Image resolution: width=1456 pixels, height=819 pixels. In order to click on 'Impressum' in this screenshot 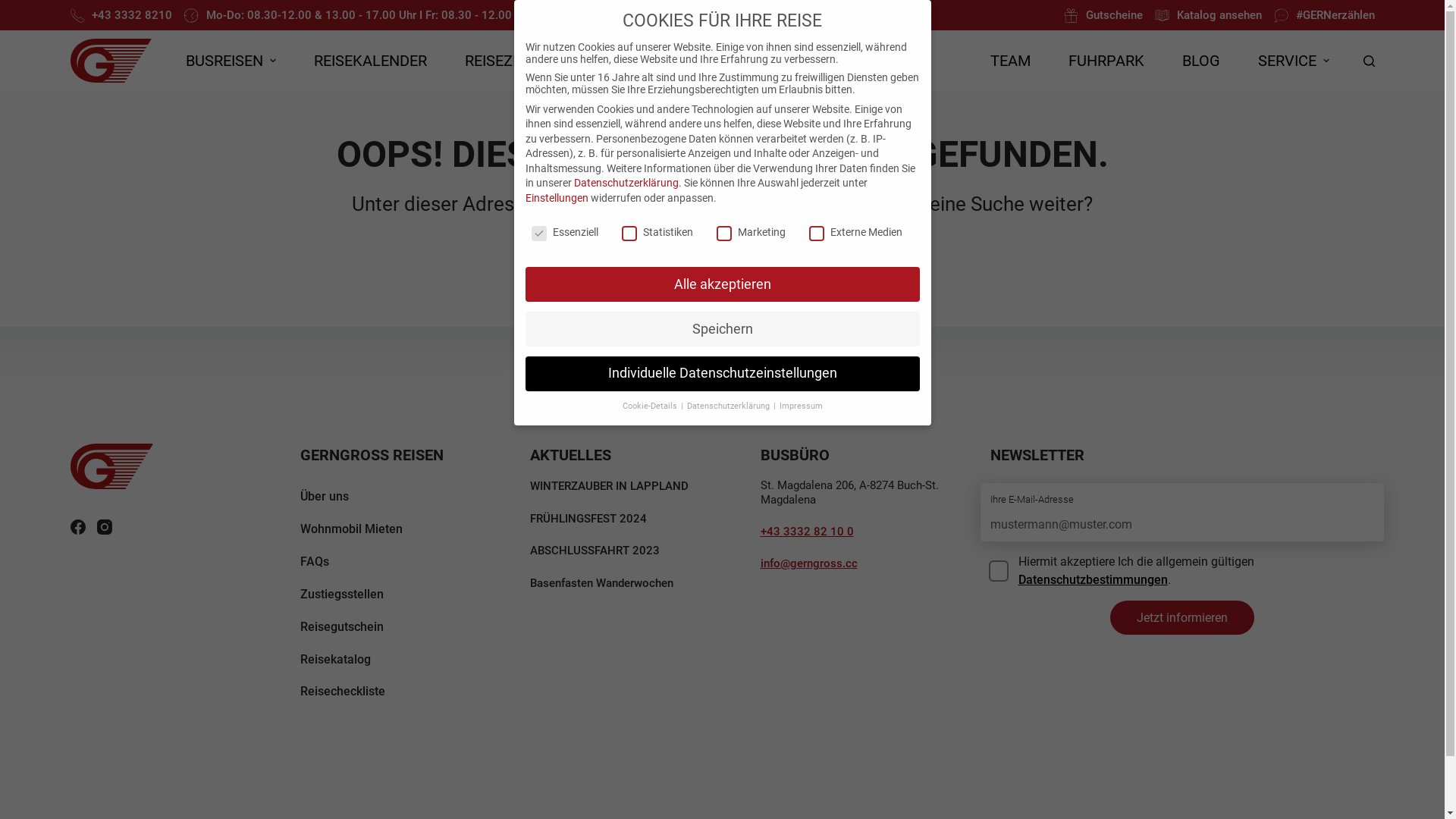, I will do `click(800, 405)`.